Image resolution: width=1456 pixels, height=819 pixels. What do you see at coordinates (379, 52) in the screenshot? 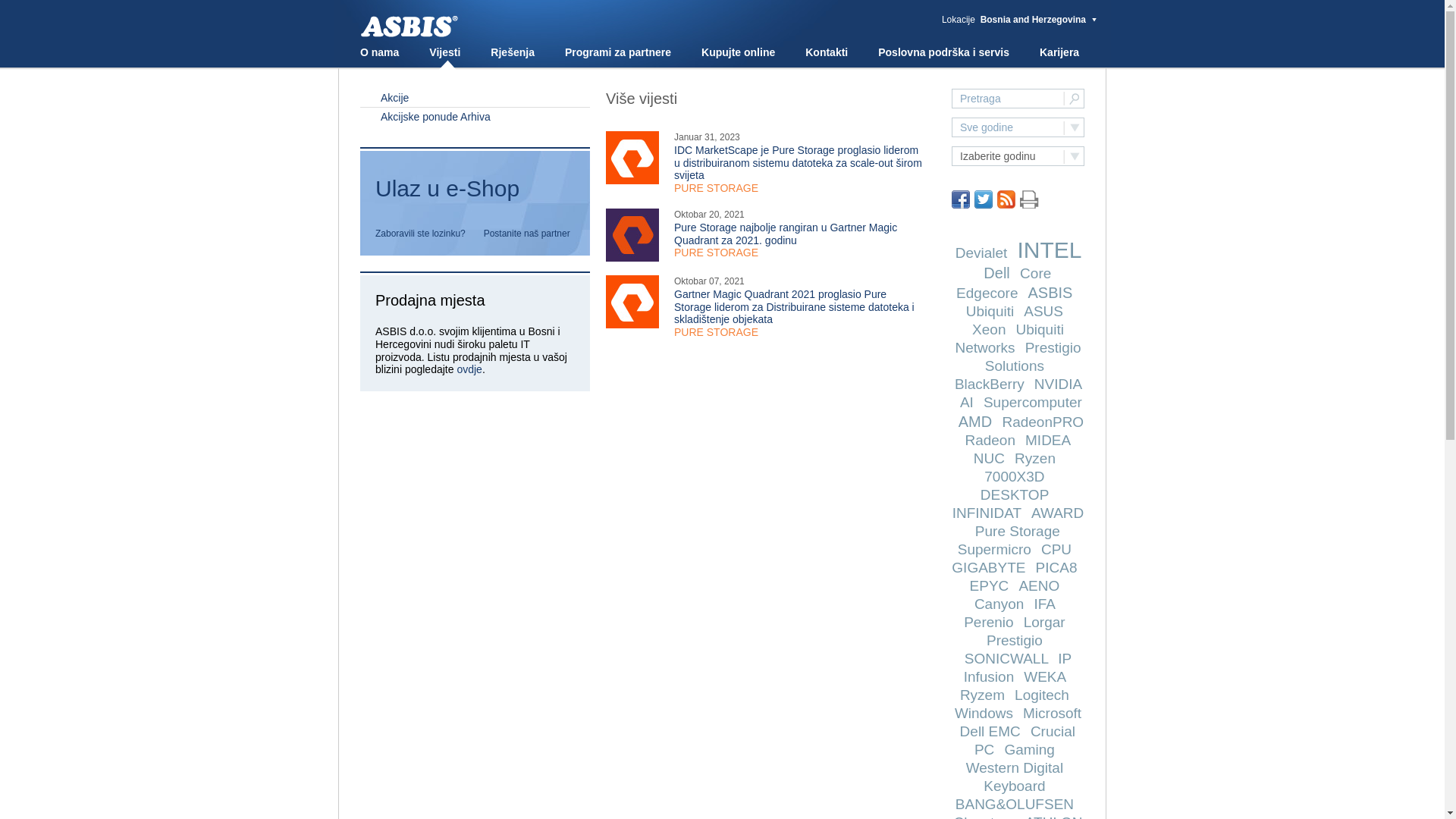
I see `'O nama'` at bounding box center [379, 52].